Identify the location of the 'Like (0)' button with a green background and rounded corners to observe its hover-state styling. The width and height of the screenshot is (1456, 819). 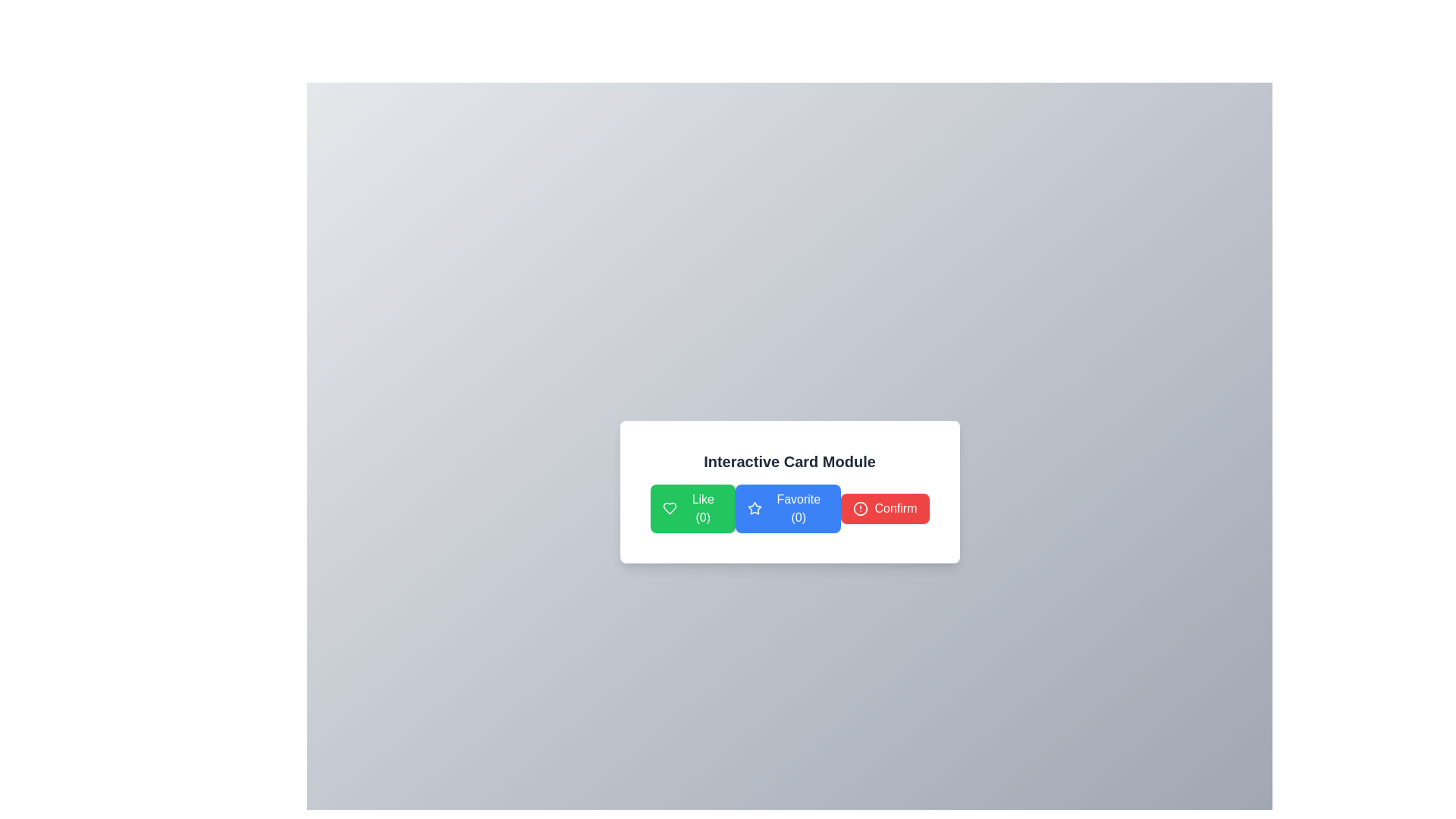
(702, 509).